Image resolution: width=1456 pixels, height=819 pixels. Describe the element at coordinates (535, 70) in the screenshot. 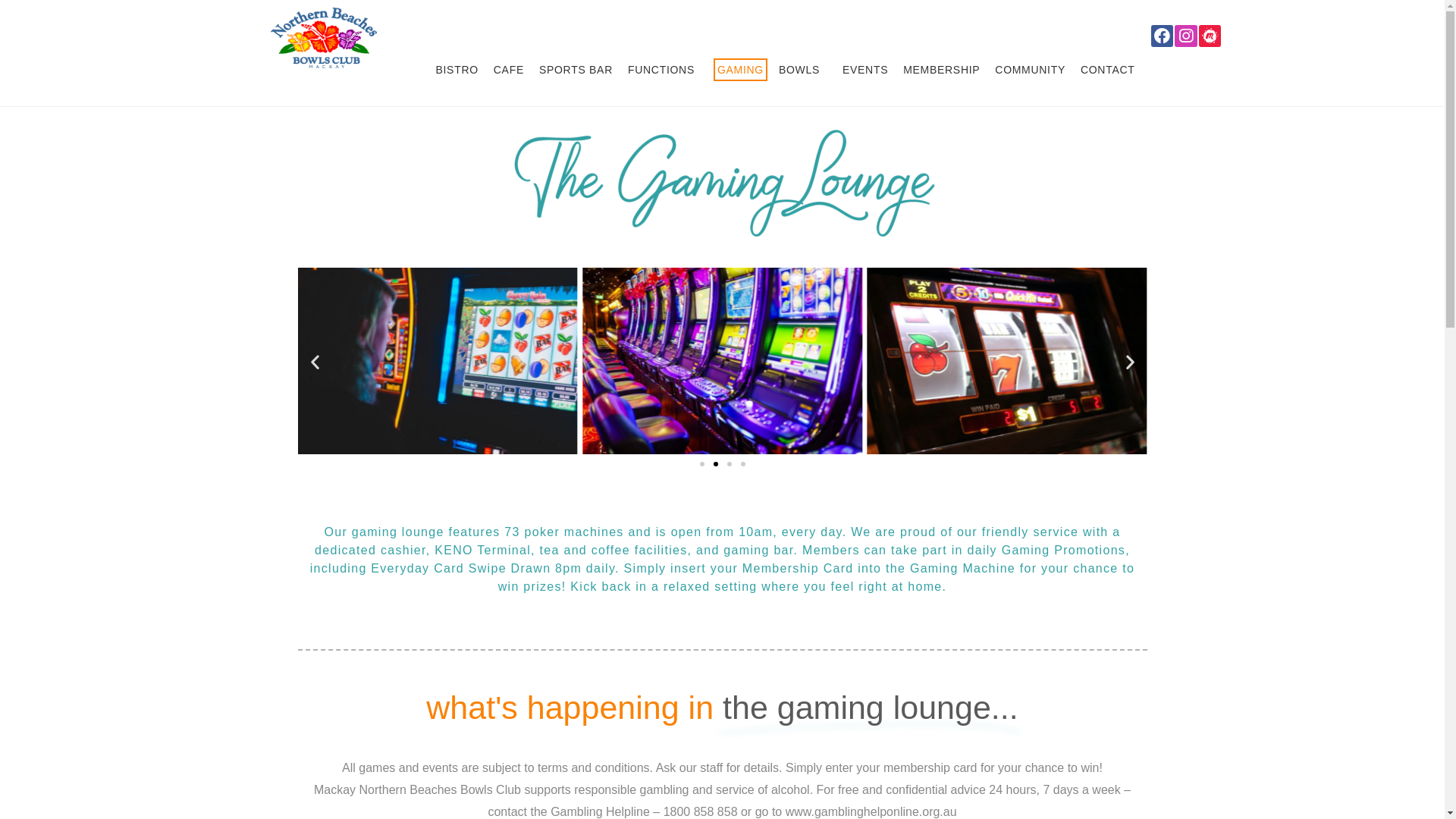

I see `'SPORTS BAR'` at that location.